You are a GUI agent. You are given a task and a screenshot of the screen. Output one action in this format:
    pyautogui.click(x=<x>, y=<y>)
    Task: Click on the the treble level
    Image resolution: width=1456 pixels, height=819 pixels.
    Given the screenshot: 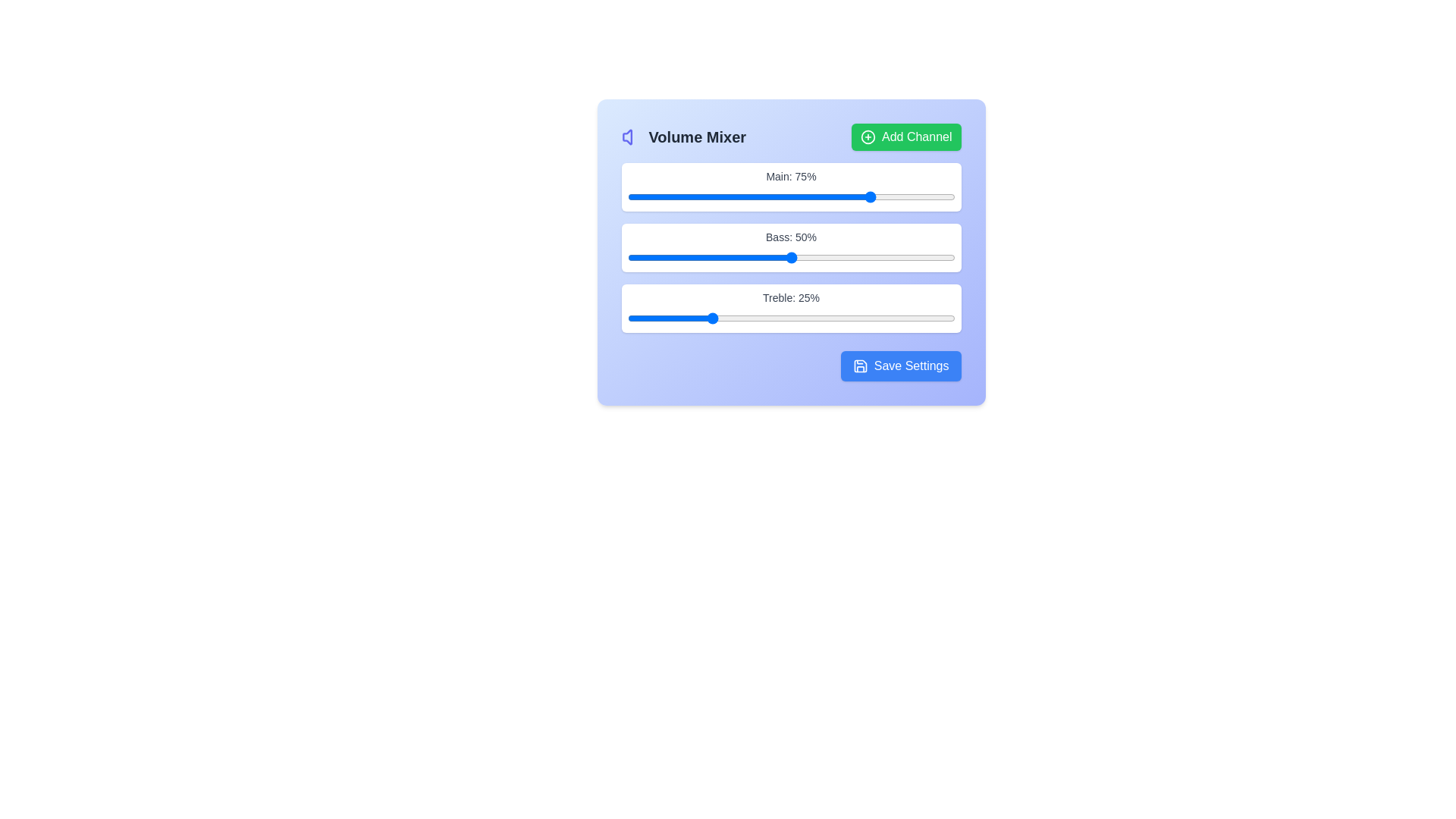 What is the action you would take?
    pyautogui.click(x=893, y=318)
    